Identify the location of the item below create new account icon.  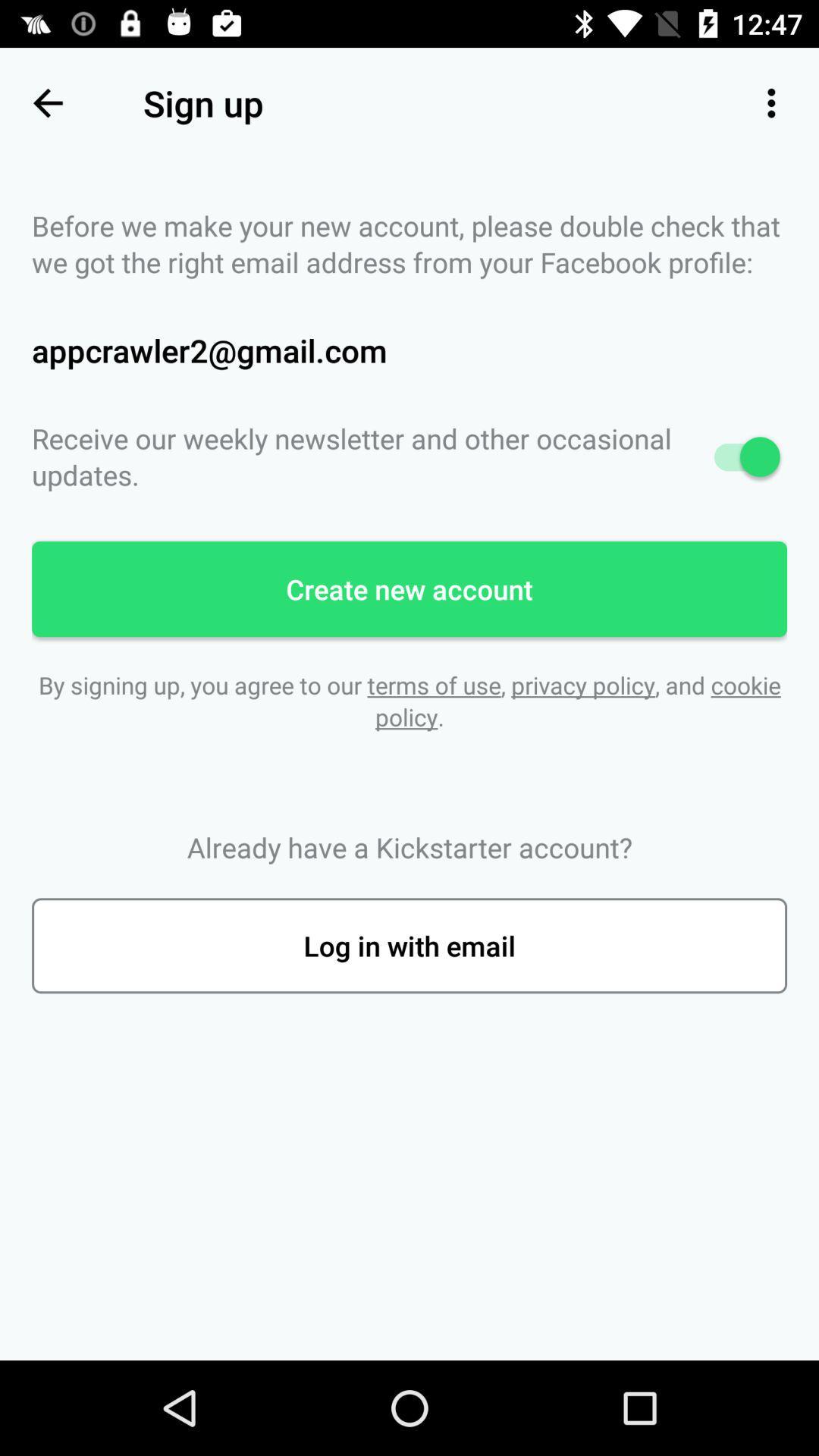
(409, 700).